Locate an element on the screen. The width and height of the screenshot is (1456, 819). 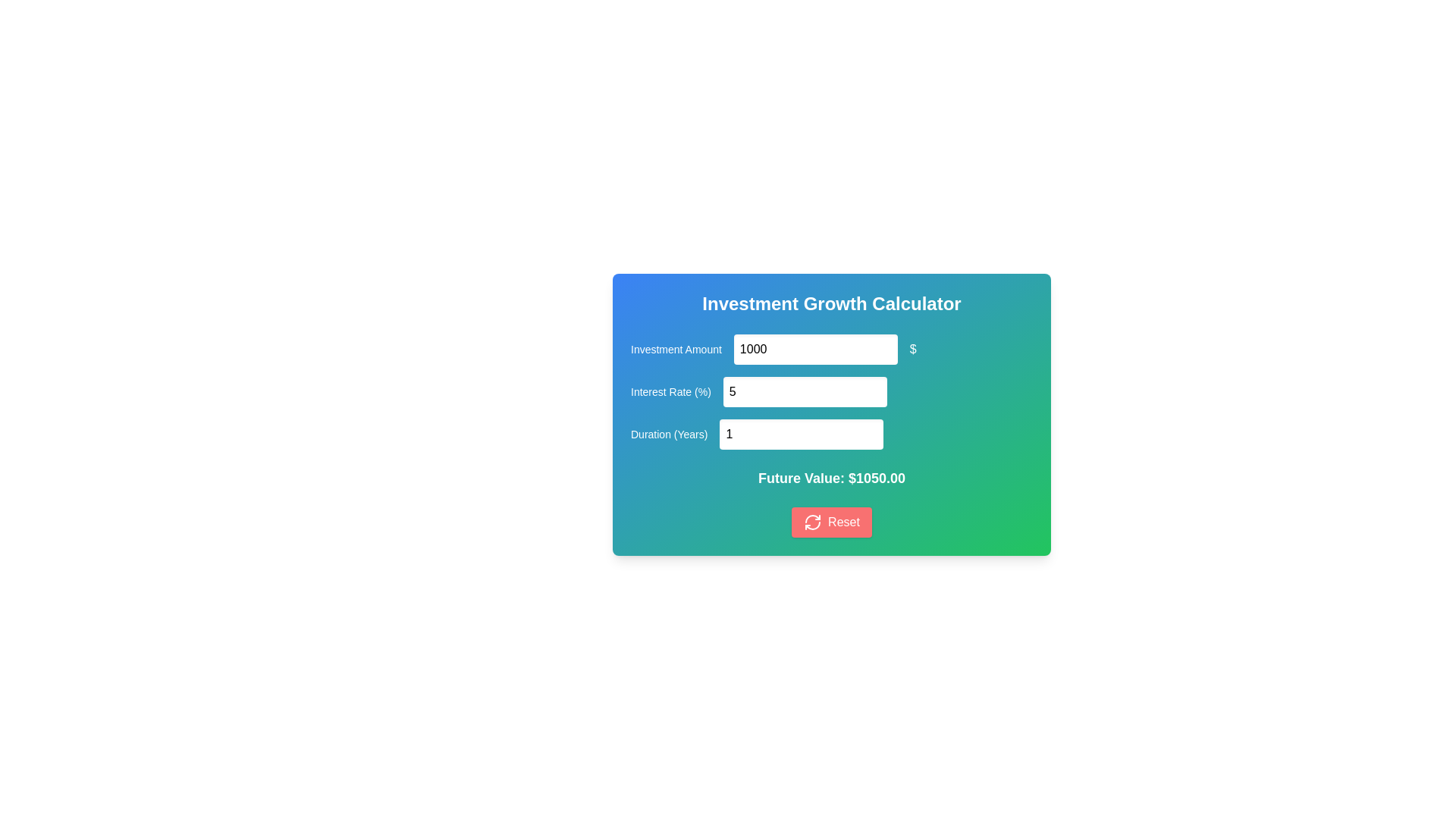
the Text label that displays the output of the calculation in the 'Investment Growth Calculator', located above the 'Reset' button is located at coordinates (831, 479).